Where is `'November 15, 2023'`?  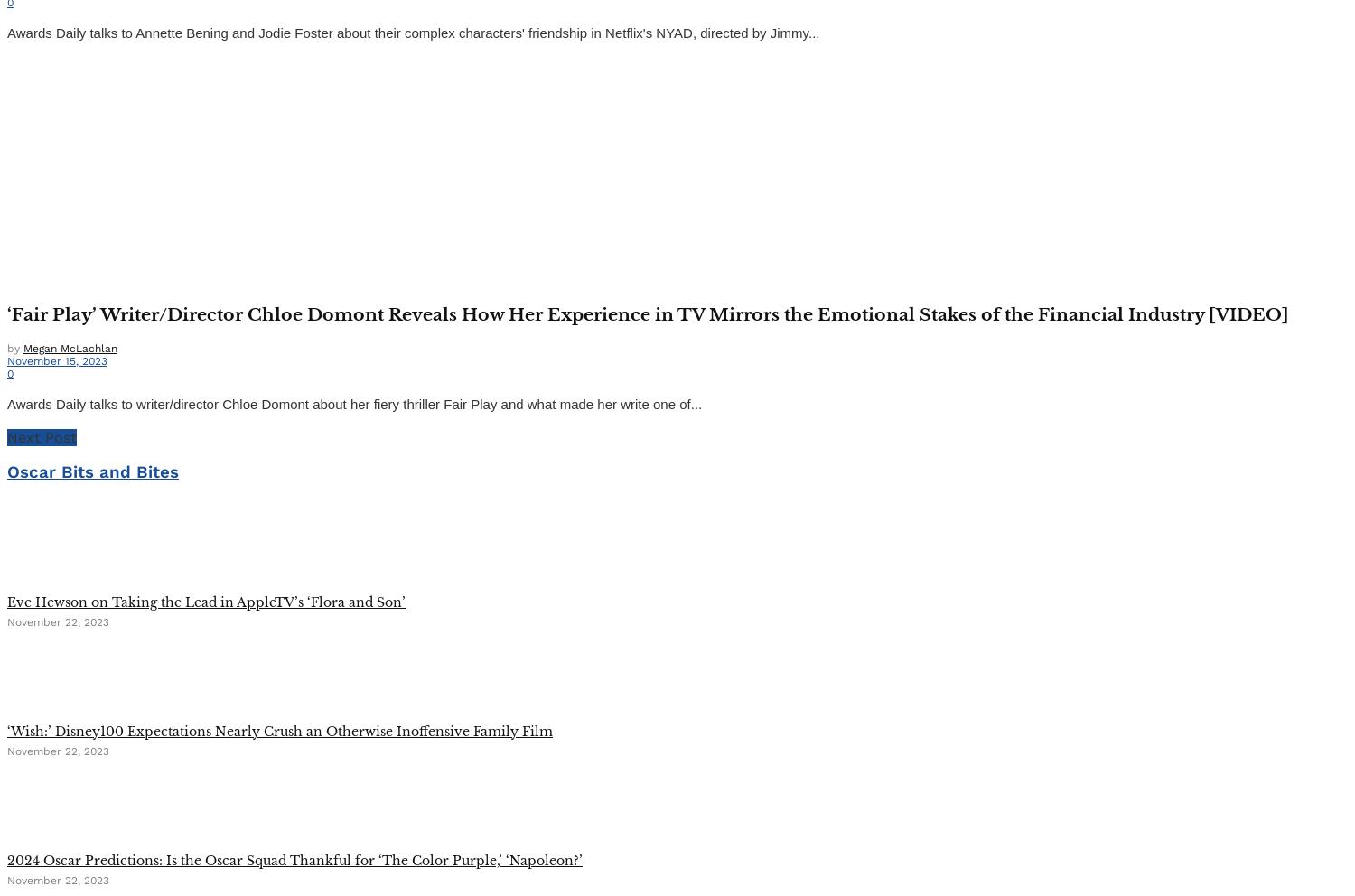 'November 15, 2023' is located at coordinates (56, 359).